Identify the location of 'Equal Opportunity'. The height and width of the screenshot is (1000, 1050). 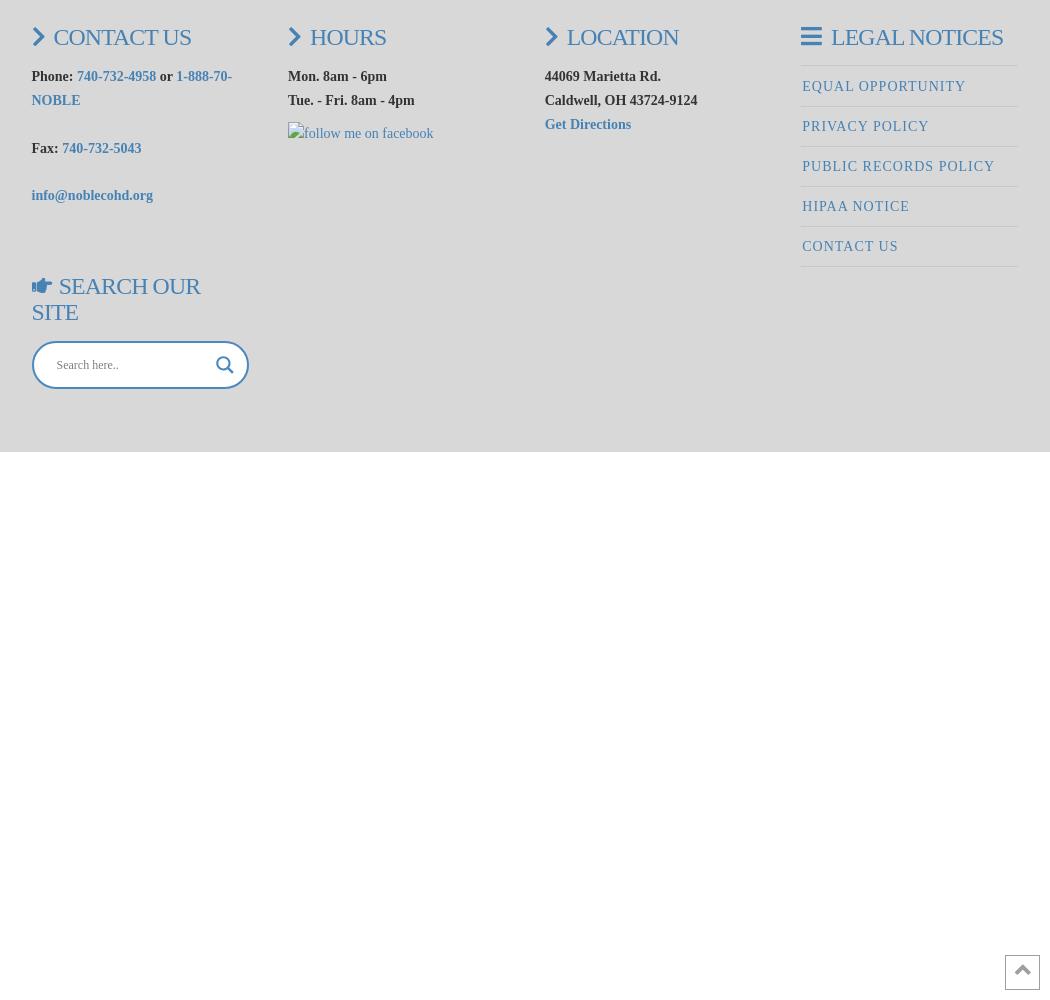
(882, 84).